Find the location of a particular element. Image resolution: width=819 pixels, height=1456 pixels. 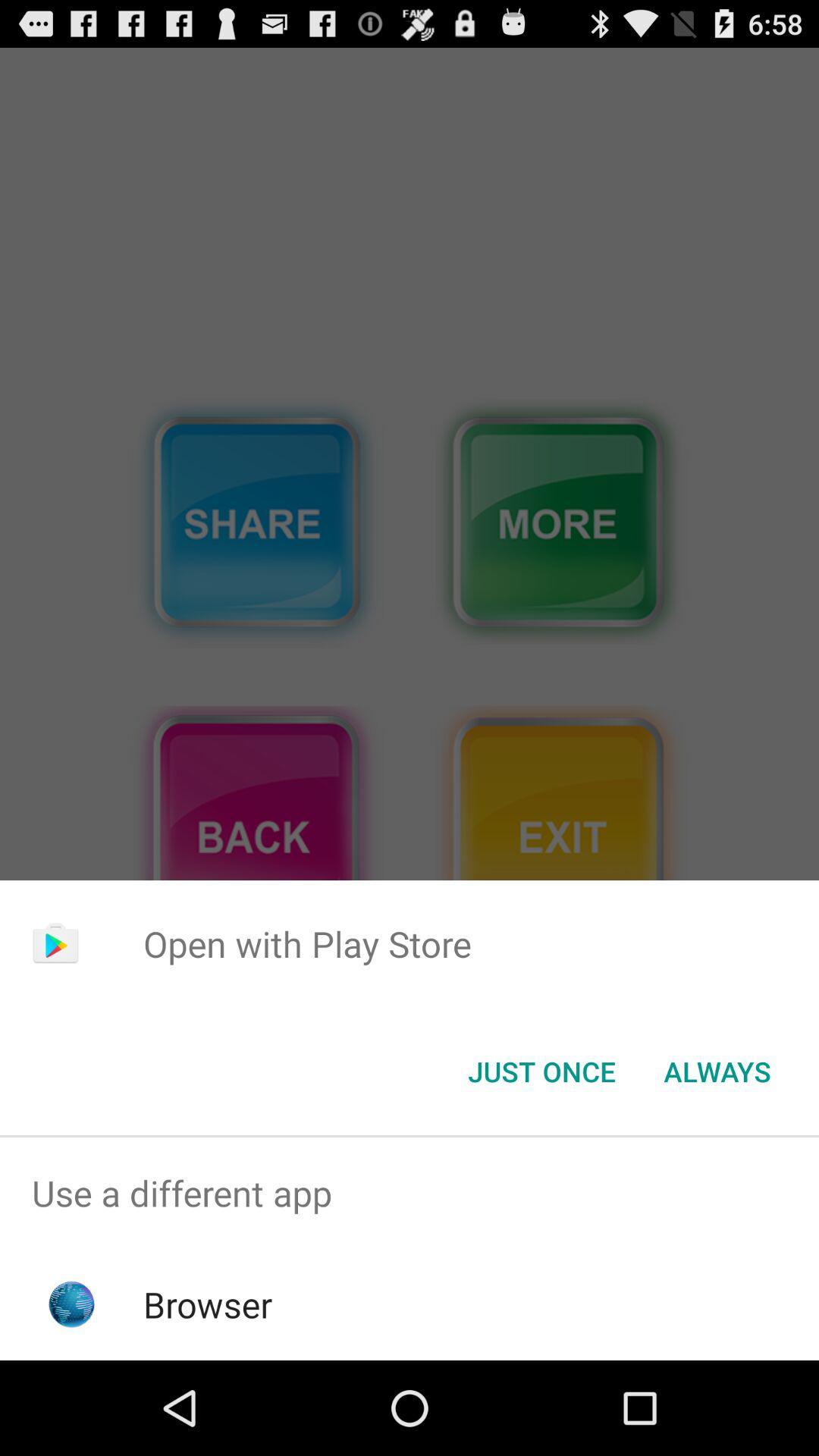

the button at the bottom right corner is located at coordinates (717, 1070).